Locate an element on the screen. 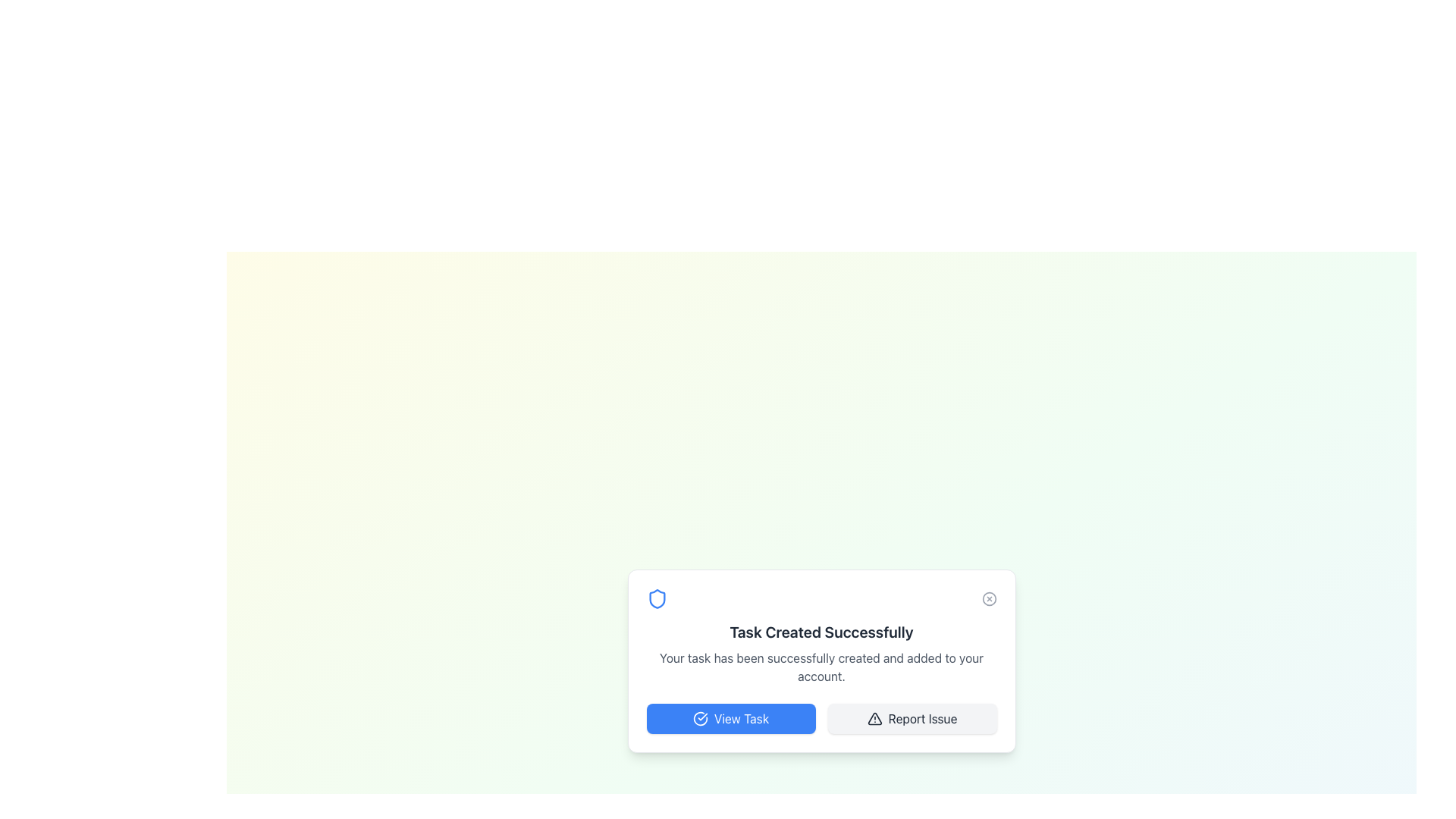 The height and width of the screenshot is (819, 1456). the close button located at the top-right corner of the card containing the message 'Task Created Successfully' is located at coordinates (989, 598).